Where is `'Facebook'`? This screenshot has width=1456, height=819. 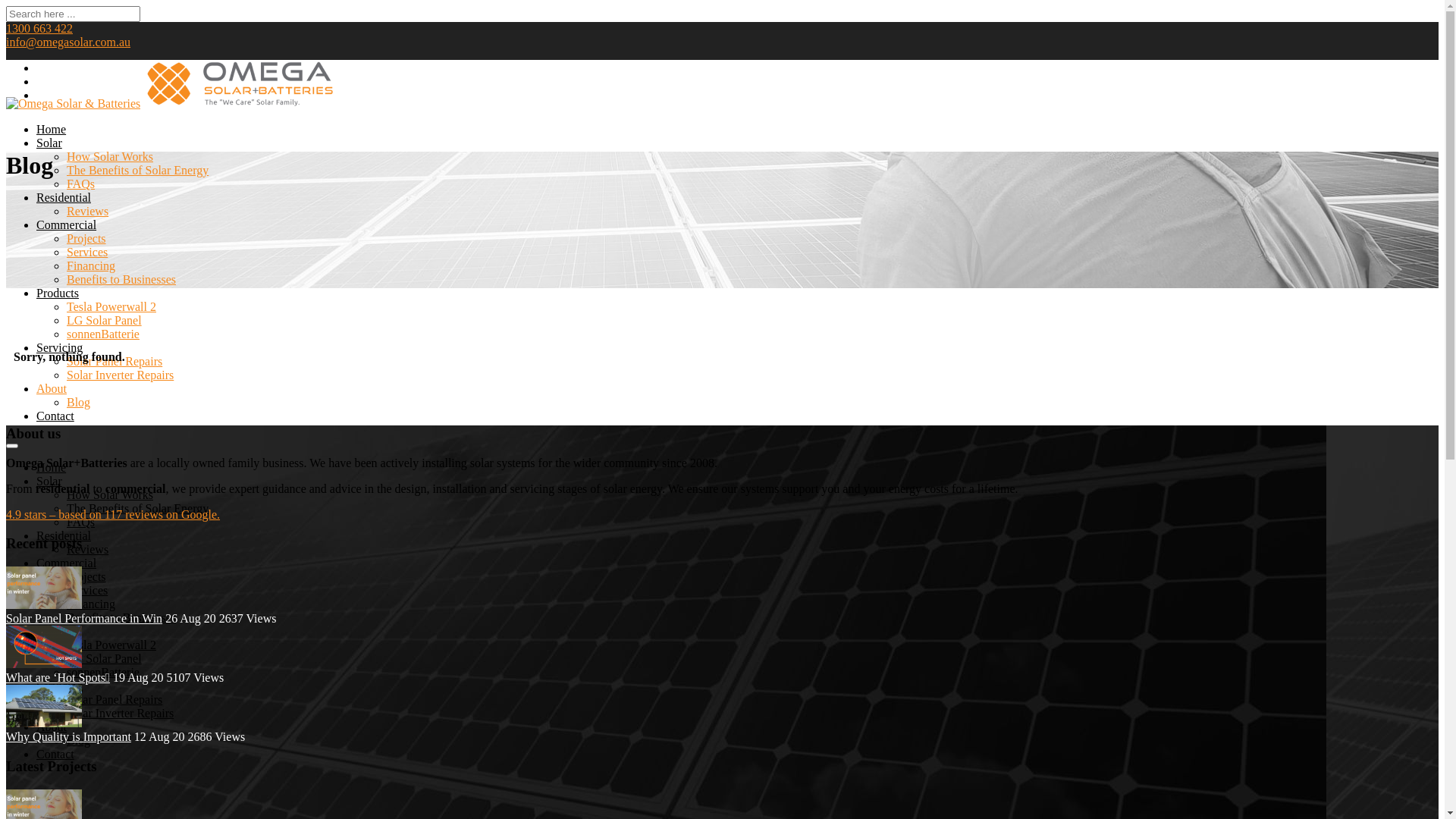 'Facebook' is located at coordinates (42, 67).